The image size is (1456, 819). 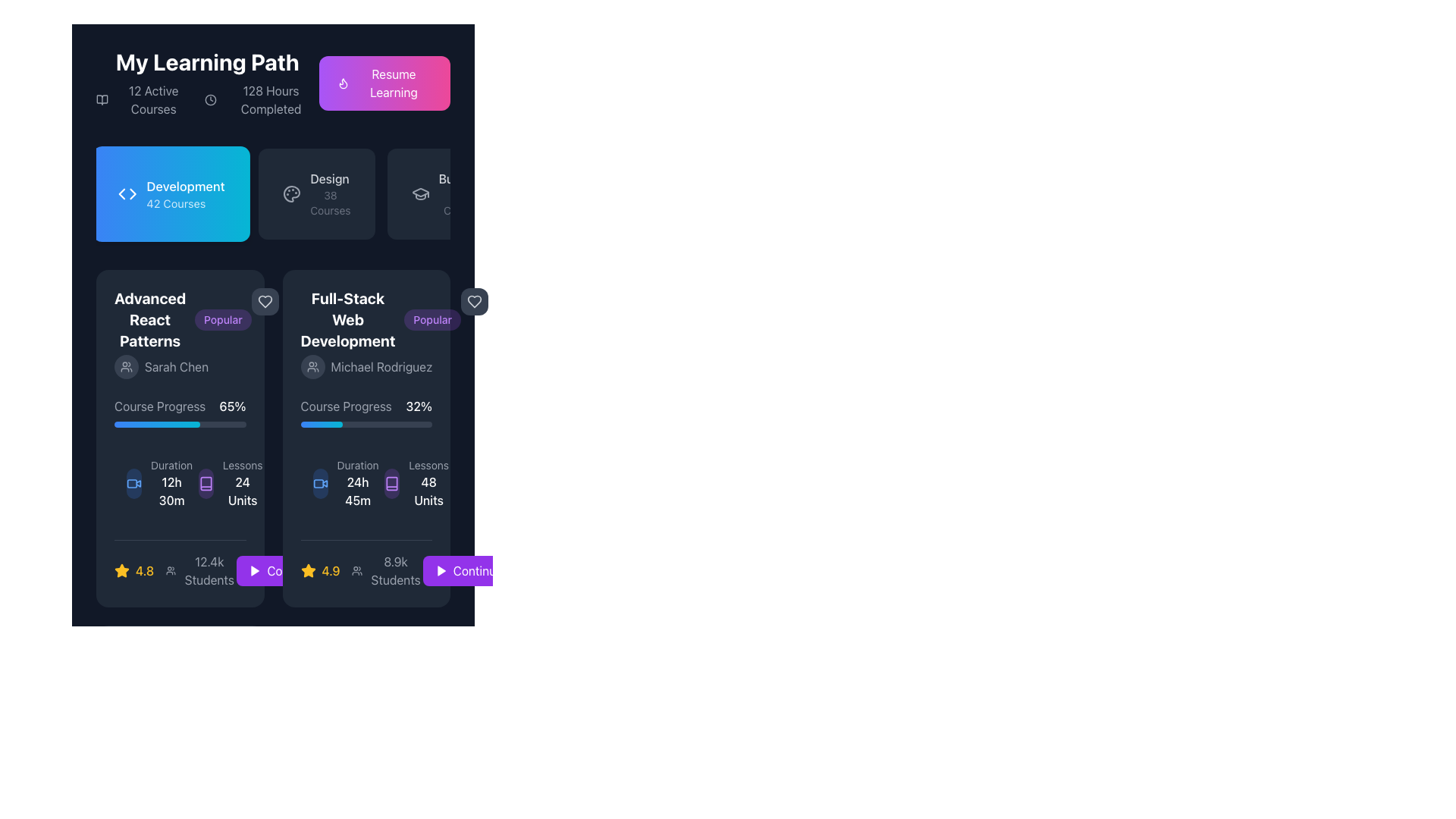 I want to click on the progress bar segment indicating 32% task completion, which is visually styled with a blue to cyan gradient and is located under the 'Course Progress' text, so click(x=321, y=424).